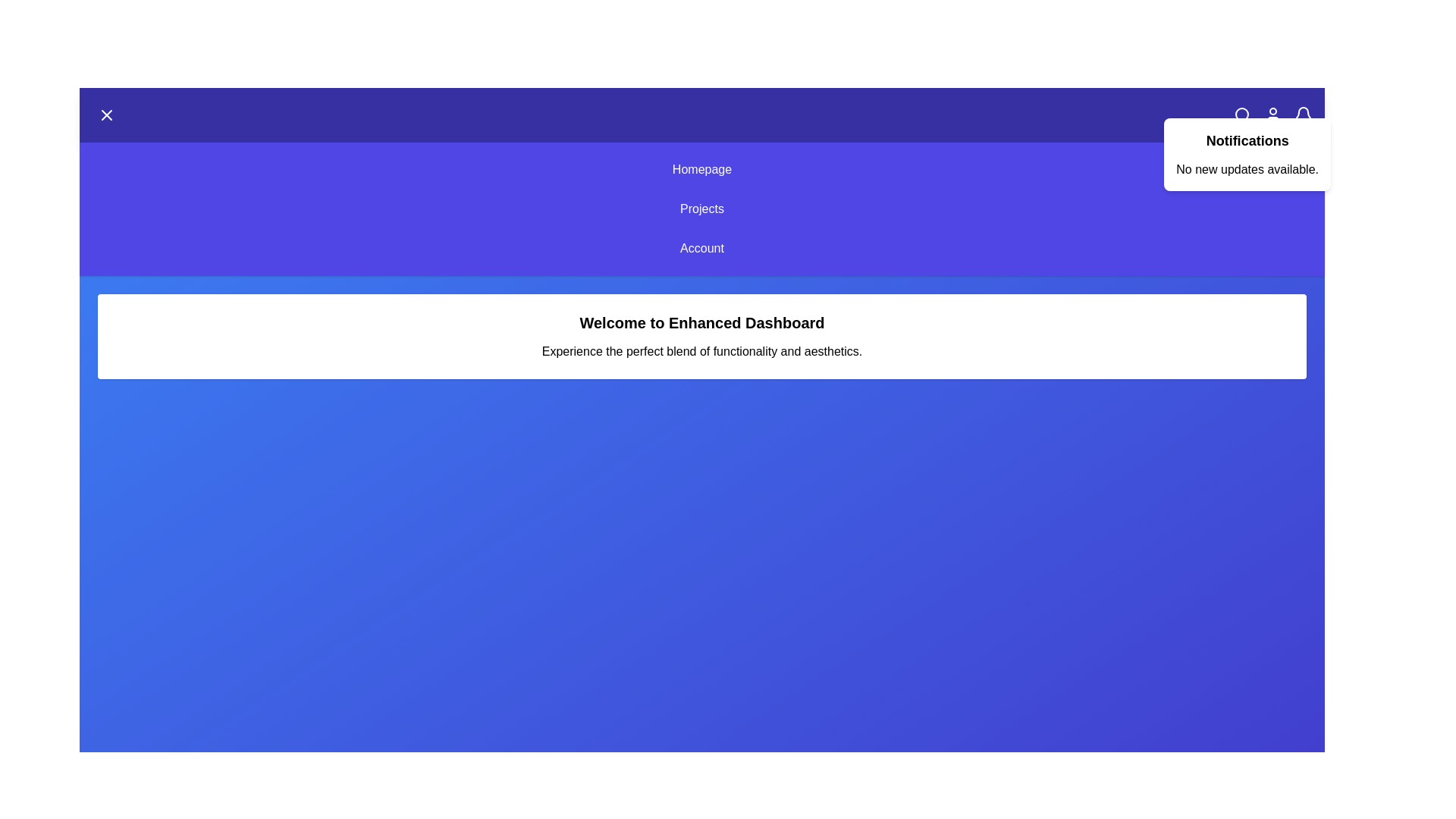 This screenshot has width=1456, height=819. I want to click on the menu item Projects from the available options, so click(701, 209).